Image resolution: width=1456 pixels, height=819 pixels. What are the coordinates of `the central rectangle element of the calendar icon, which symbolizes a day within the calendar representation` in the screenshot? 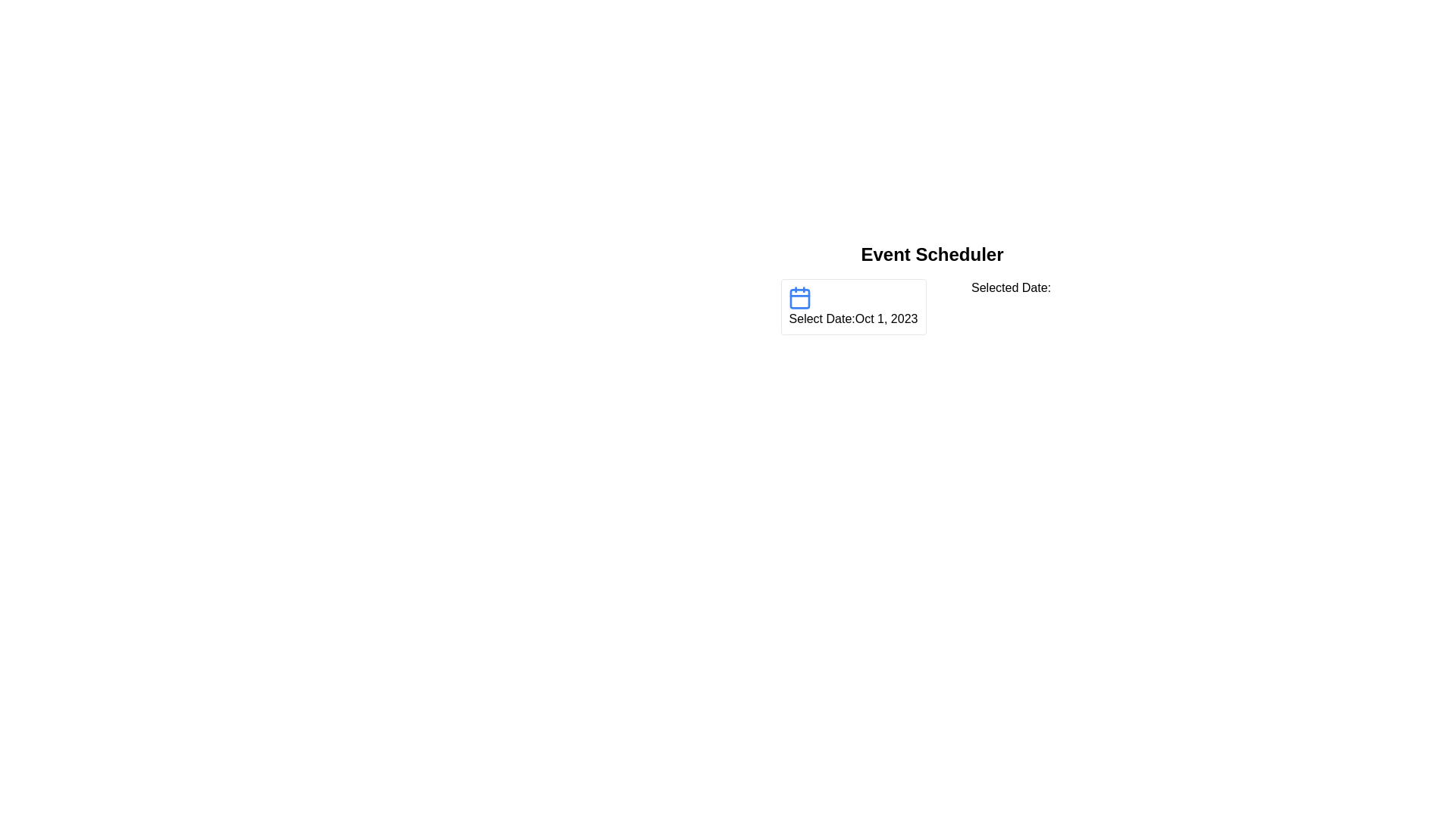 It's located at (799, 299).